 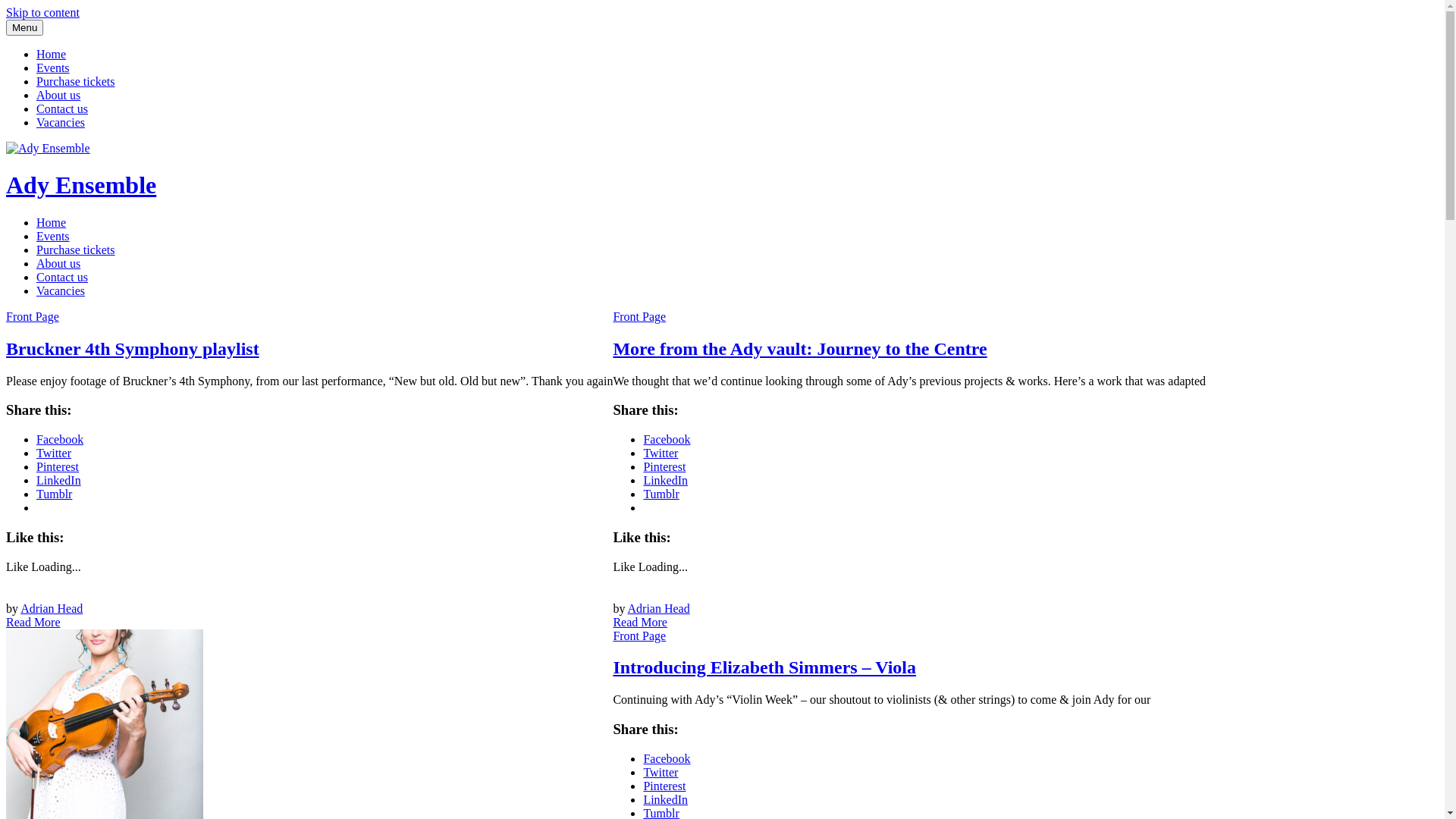 What do you see at coordinates (58, 95) in the screenshot?
I see `'About us'` at bounding box center [58, 95].